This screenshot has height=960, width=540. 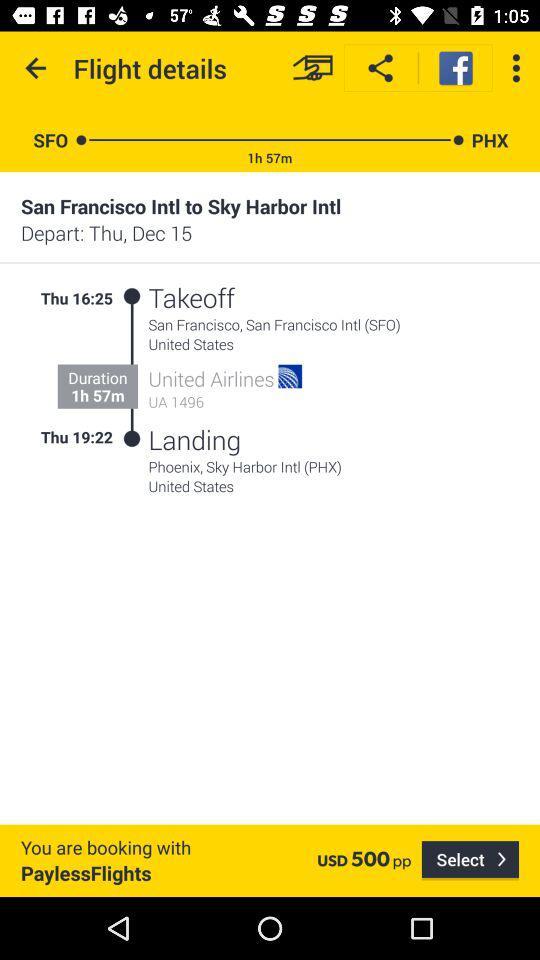 I want to click on the item to the left of takeoff item, so click(x=131, y=295).